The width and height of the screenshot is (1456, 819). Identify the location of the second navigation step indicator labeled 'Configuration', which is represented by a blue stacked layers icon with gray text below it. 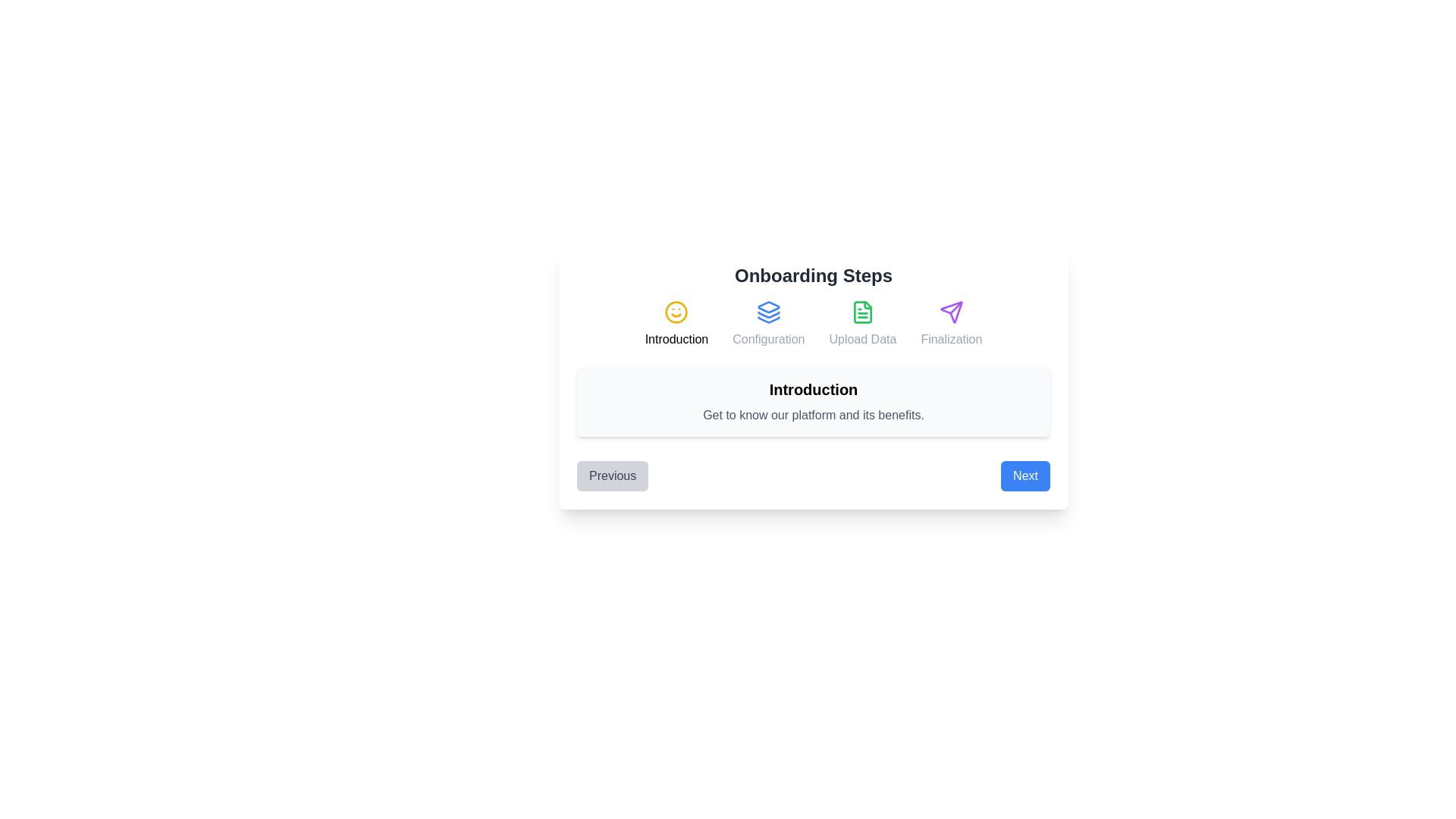
(768, 324).